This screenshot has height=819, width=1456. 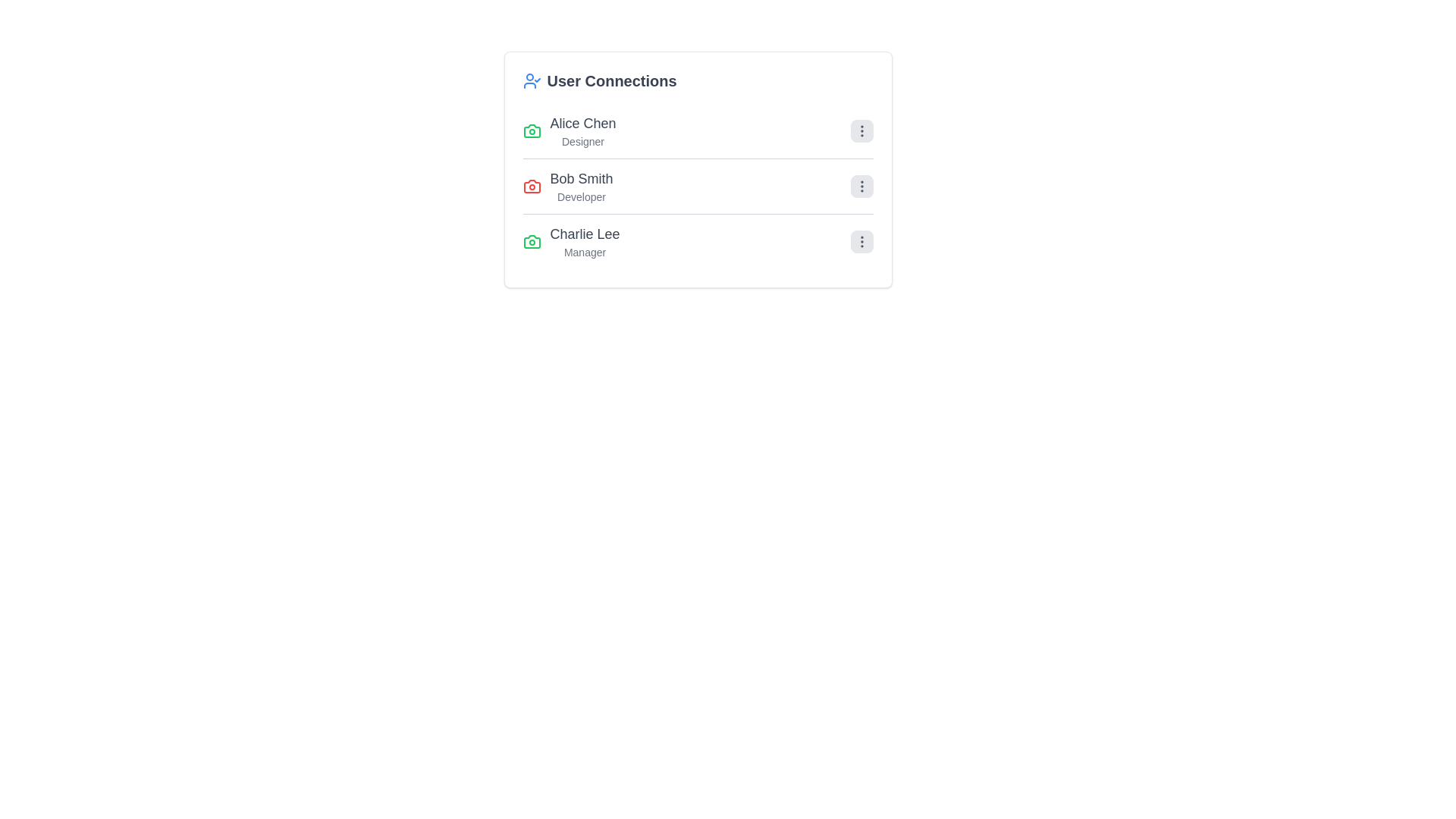 I want to click on the text label providing additional detail about 'Bob Smith's' role or profession, located directly below 'Bob Smith' in the 'User Connections' section, so click(x=581, y=196).